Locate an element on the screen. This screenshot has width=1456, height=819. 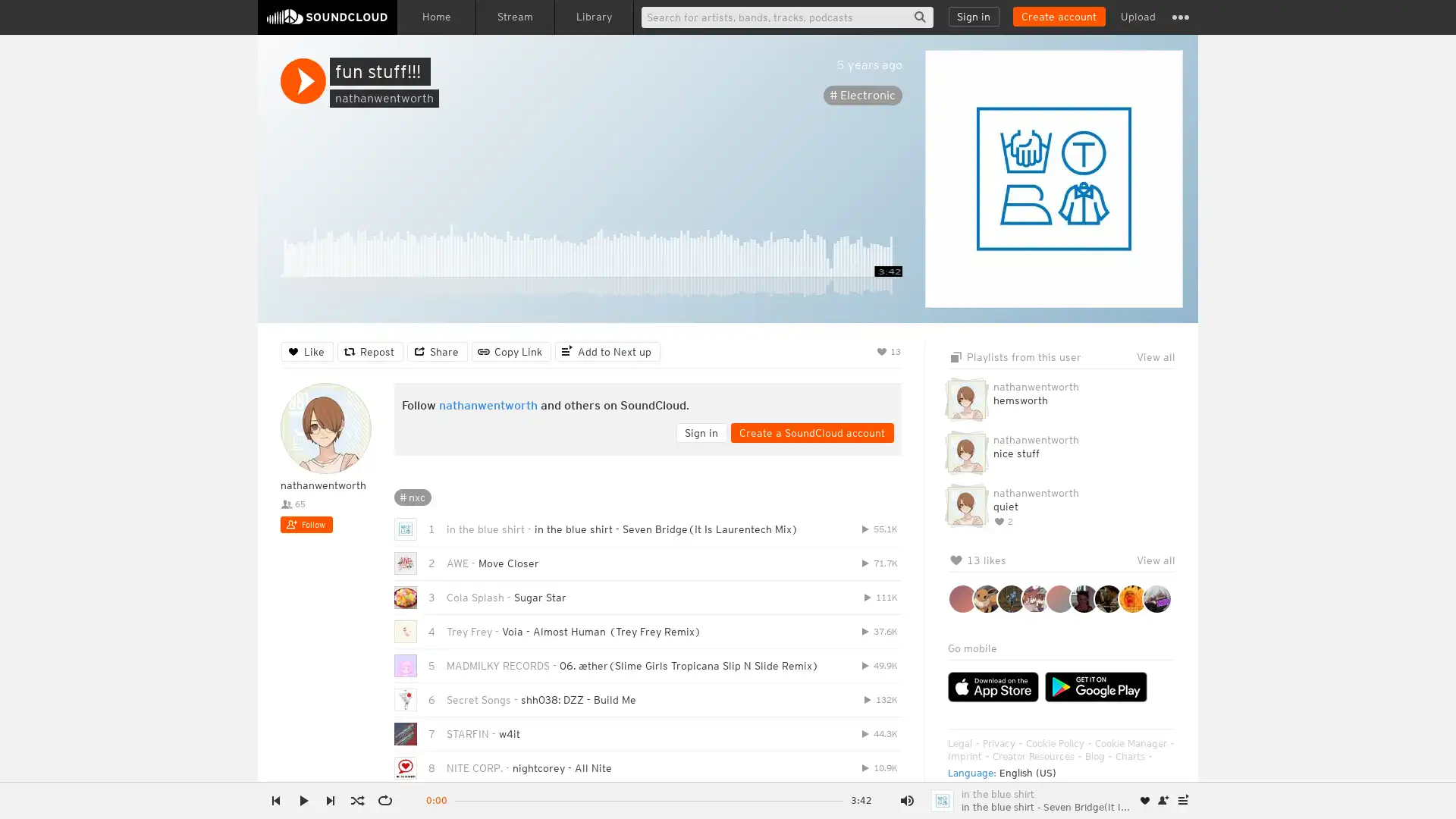
Create a SoundCloud account is located at coordinates (811, 432).